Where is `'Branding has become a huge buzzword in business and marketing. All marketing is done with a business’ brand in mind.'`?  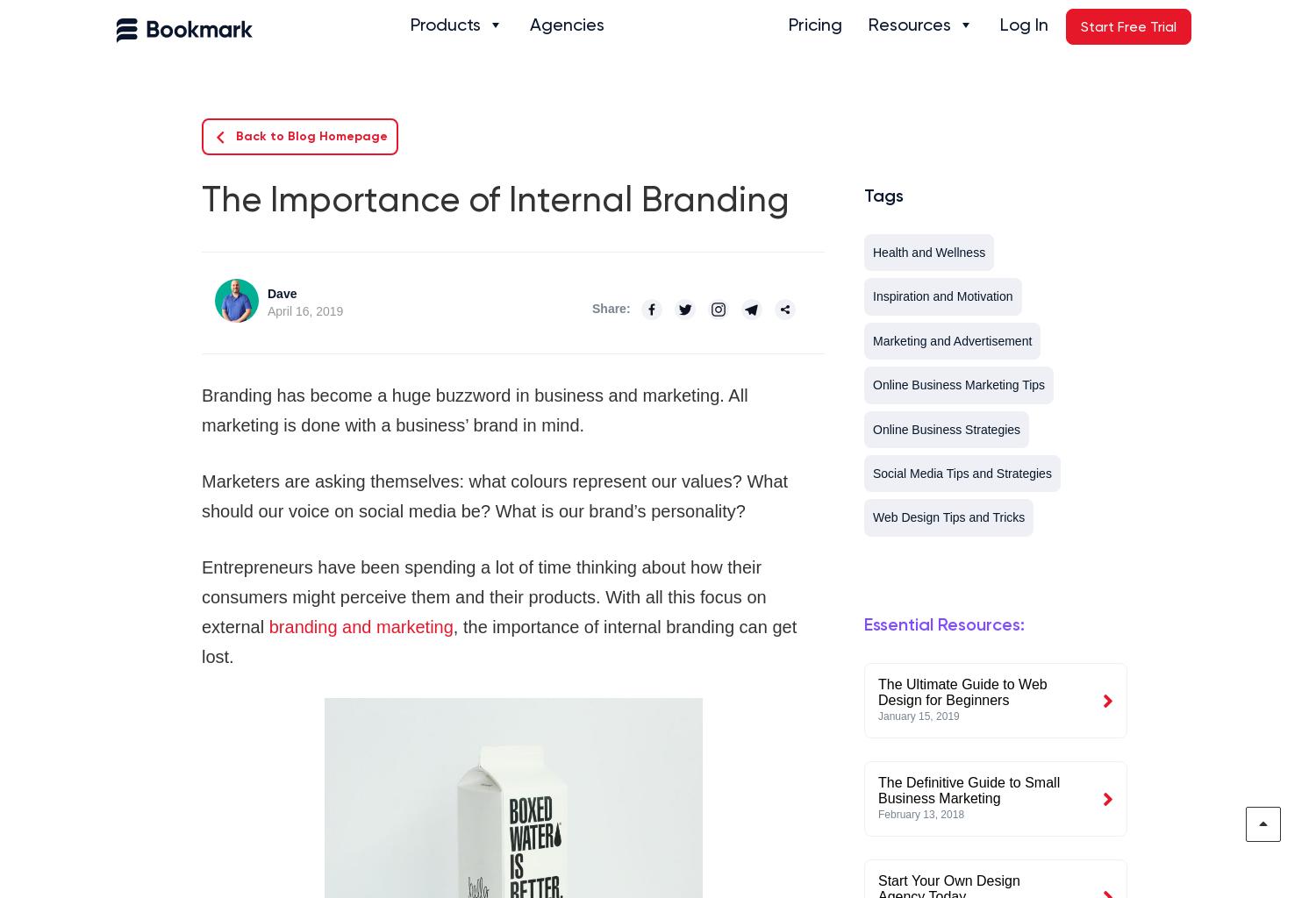 'Branding has become a huge buzzword in business and marketing. All marketing is done with a business’ brand in mind.' is located at coordinates (475, 410).